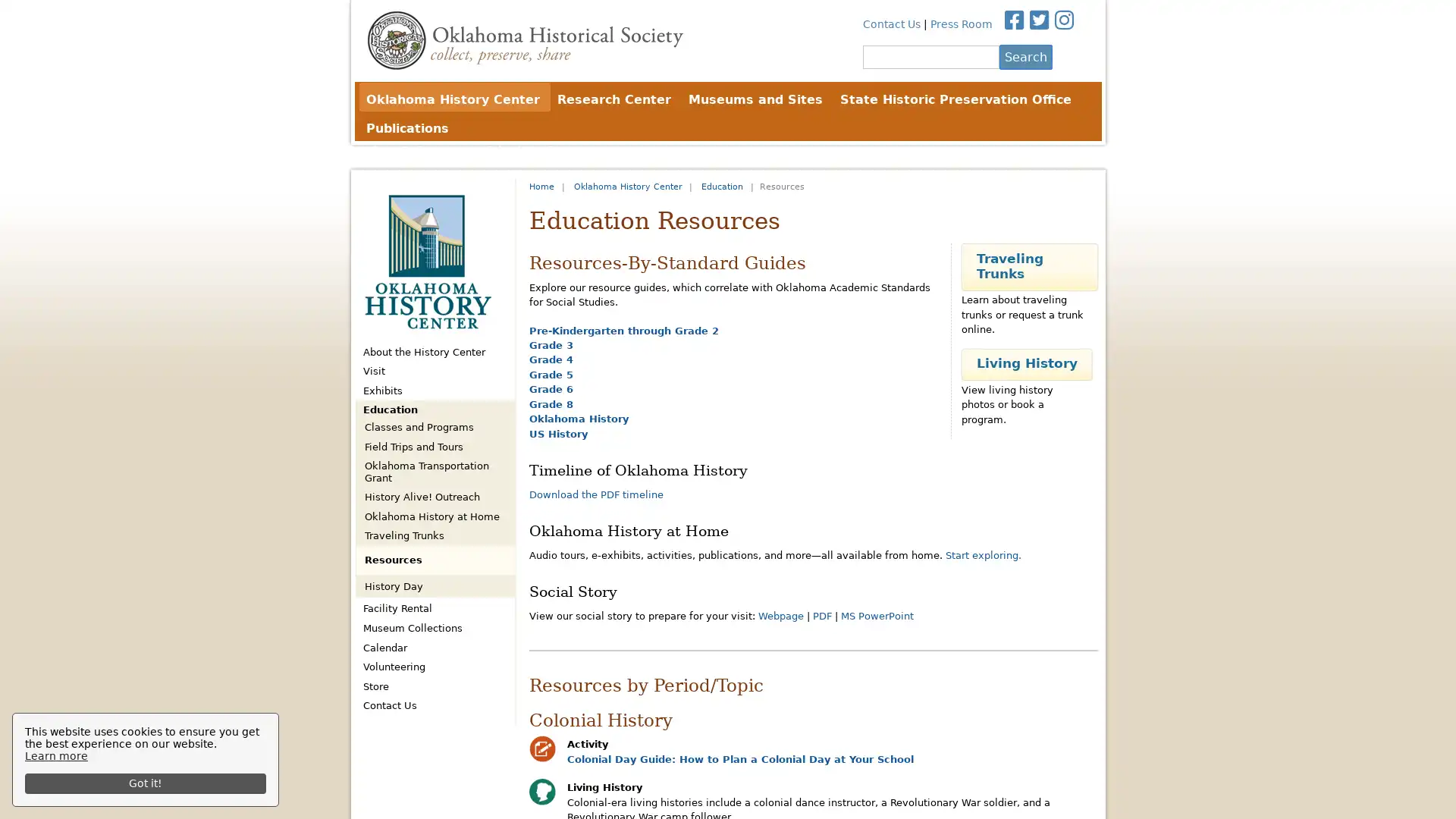 The height and width of the screenshot is (819, 1456). I want to click on Search, so click(1025, 55).